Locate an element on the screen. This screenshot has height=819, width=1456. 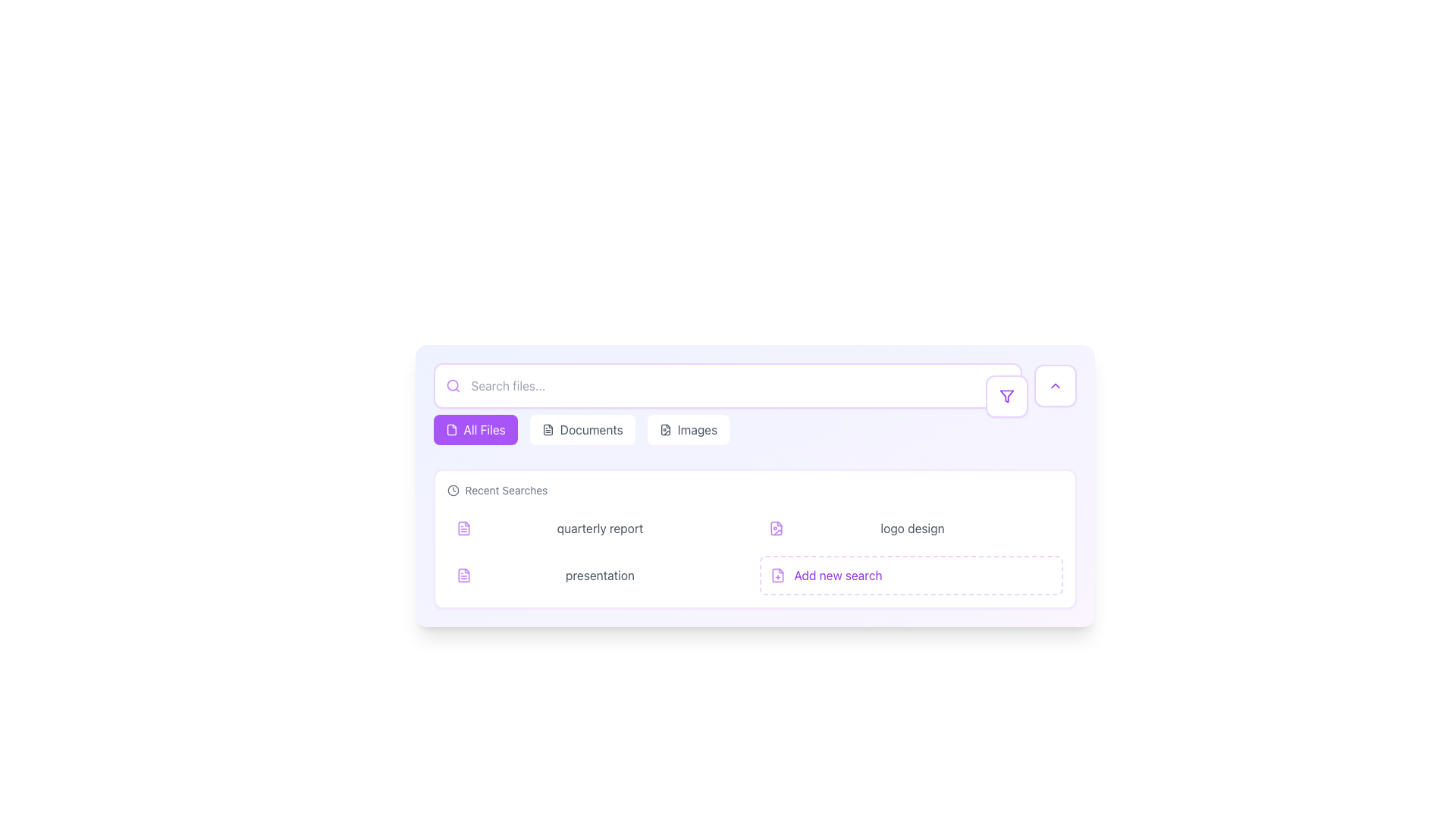
the small circular clock icon, which is styled in a minimalist outlined design and located to the left of the 'Recent Searches' text is located at coordinates (452, 491).